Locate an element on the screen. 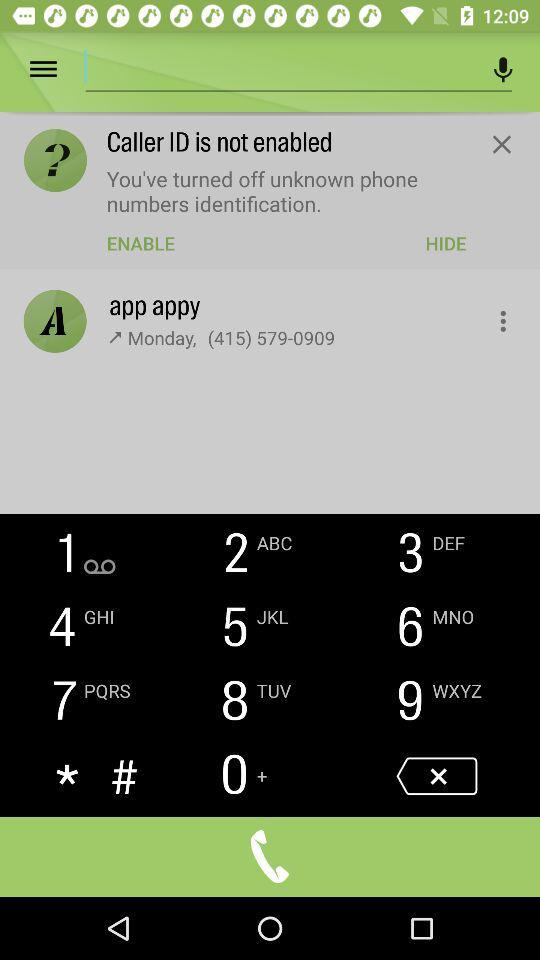 Image resolution: width=540 pixels, height=960 pixels. open menu is located at coordinates (57, 69).